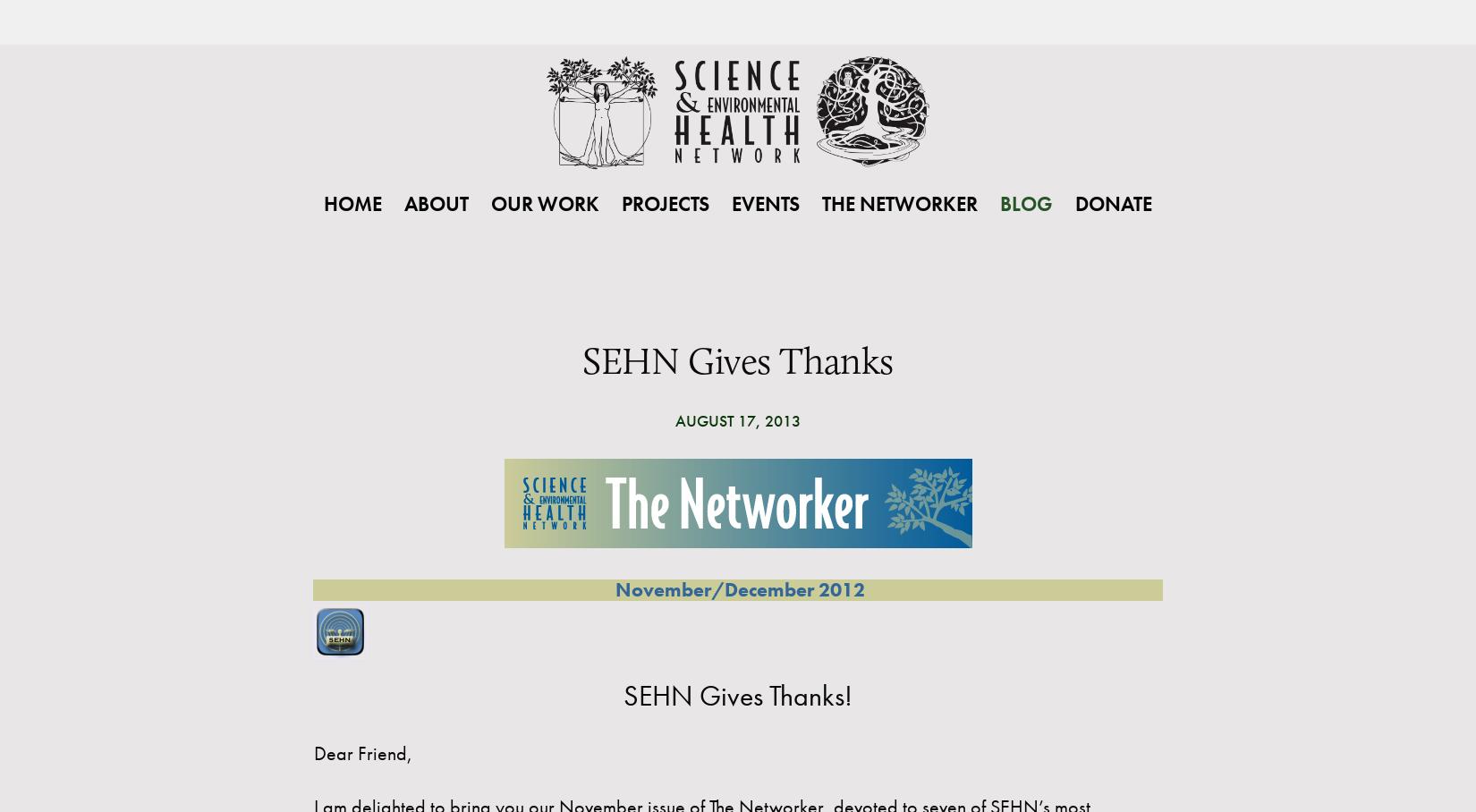 Image resolution: width=1476 pixels, height=812 pixels. Describe the element at coordinates (738, 589) in the screenshot. I see `'November/December 2012'` at that location.